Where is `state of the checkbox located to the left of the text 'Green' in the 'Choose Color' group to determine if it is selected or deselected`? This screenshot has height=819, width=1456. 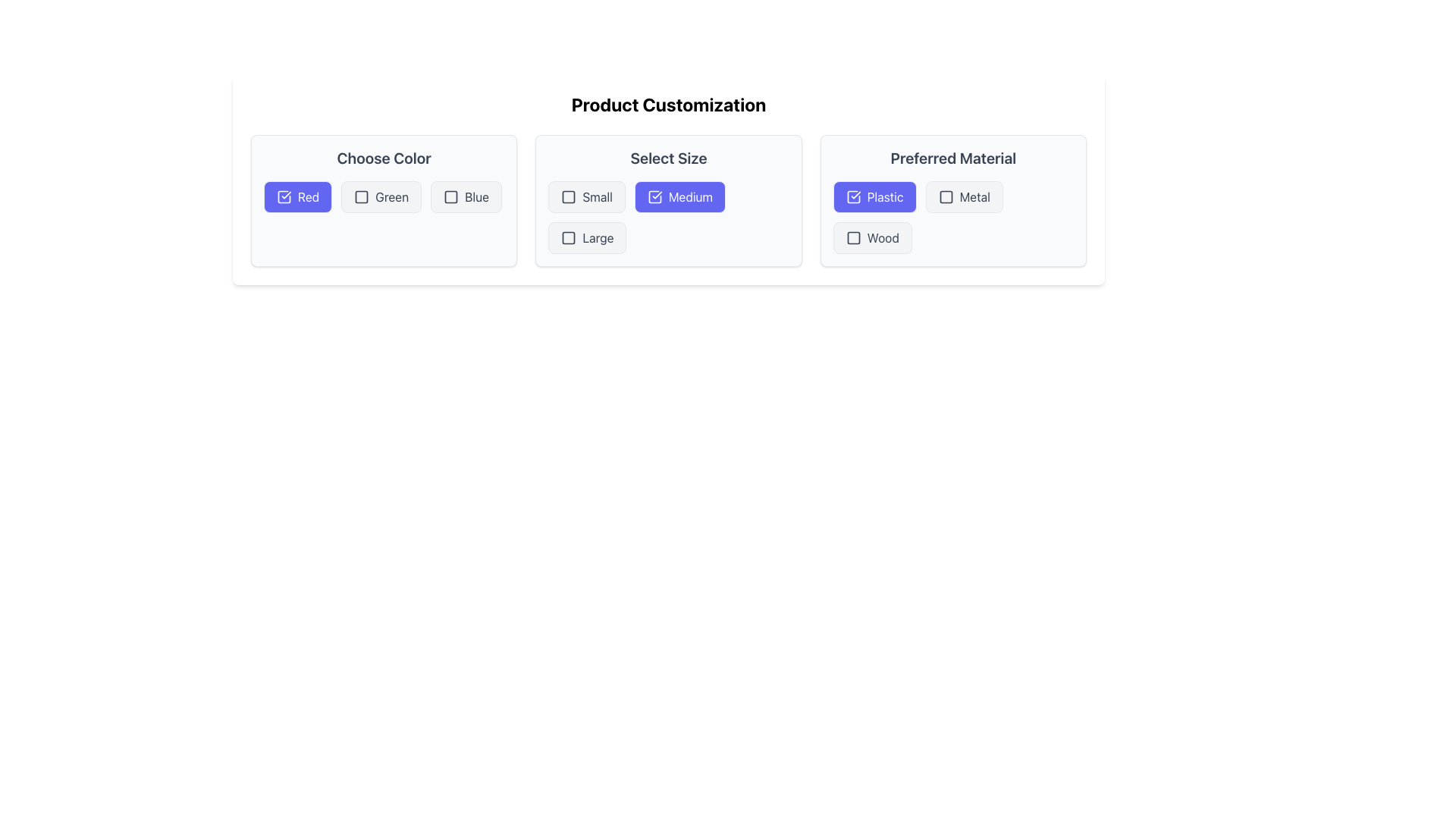 state of the checkbox located to the left of the text 'Green' in the 'Choose Color' group to determine if it is selected or deselected is located at coordinates (361, 196).